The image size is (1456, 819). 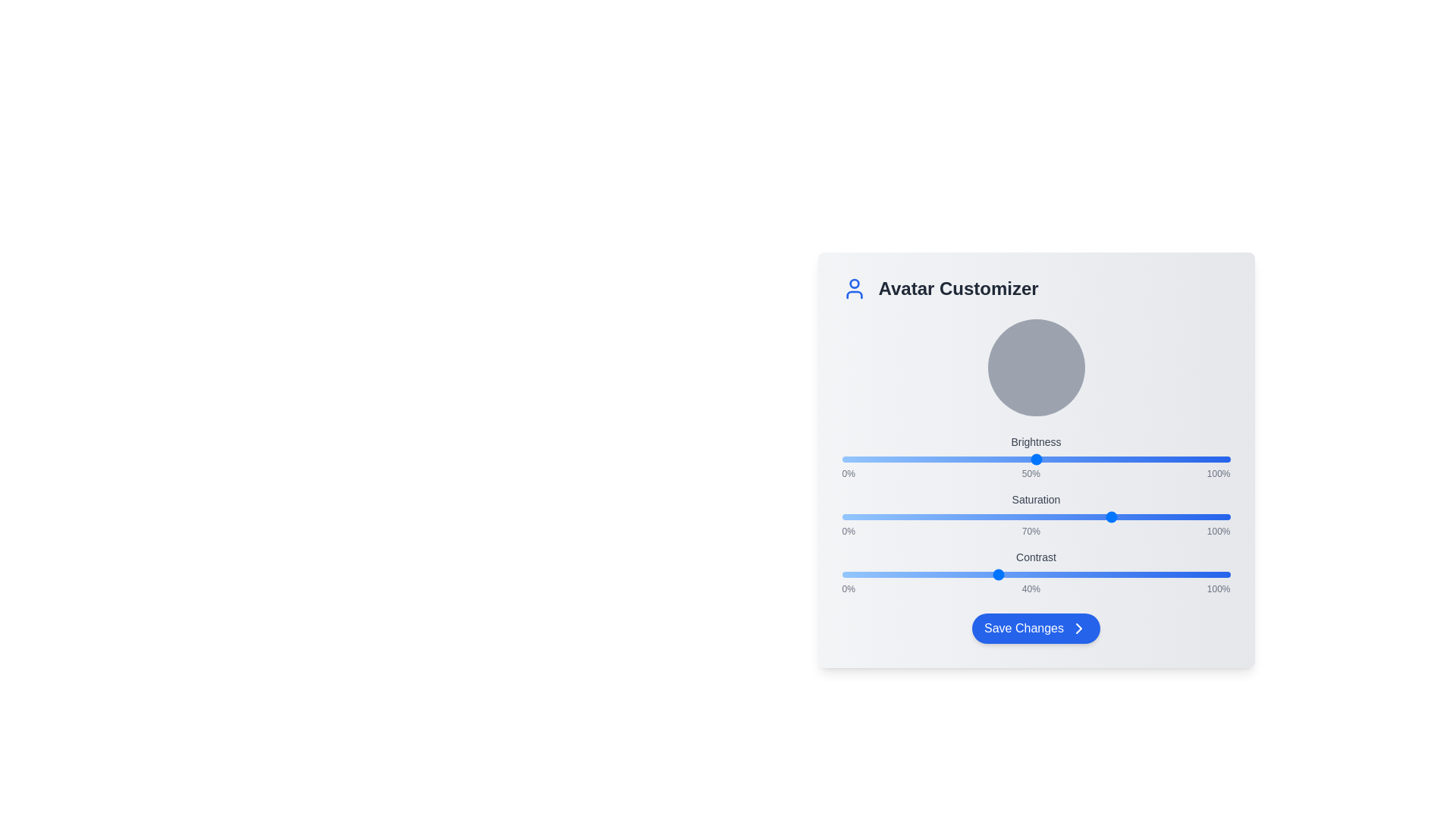 What do you see at coordinates (884, 458) in the screenshot?
I see `the Brightness slider to 11%` at bounding box center [884, 458].